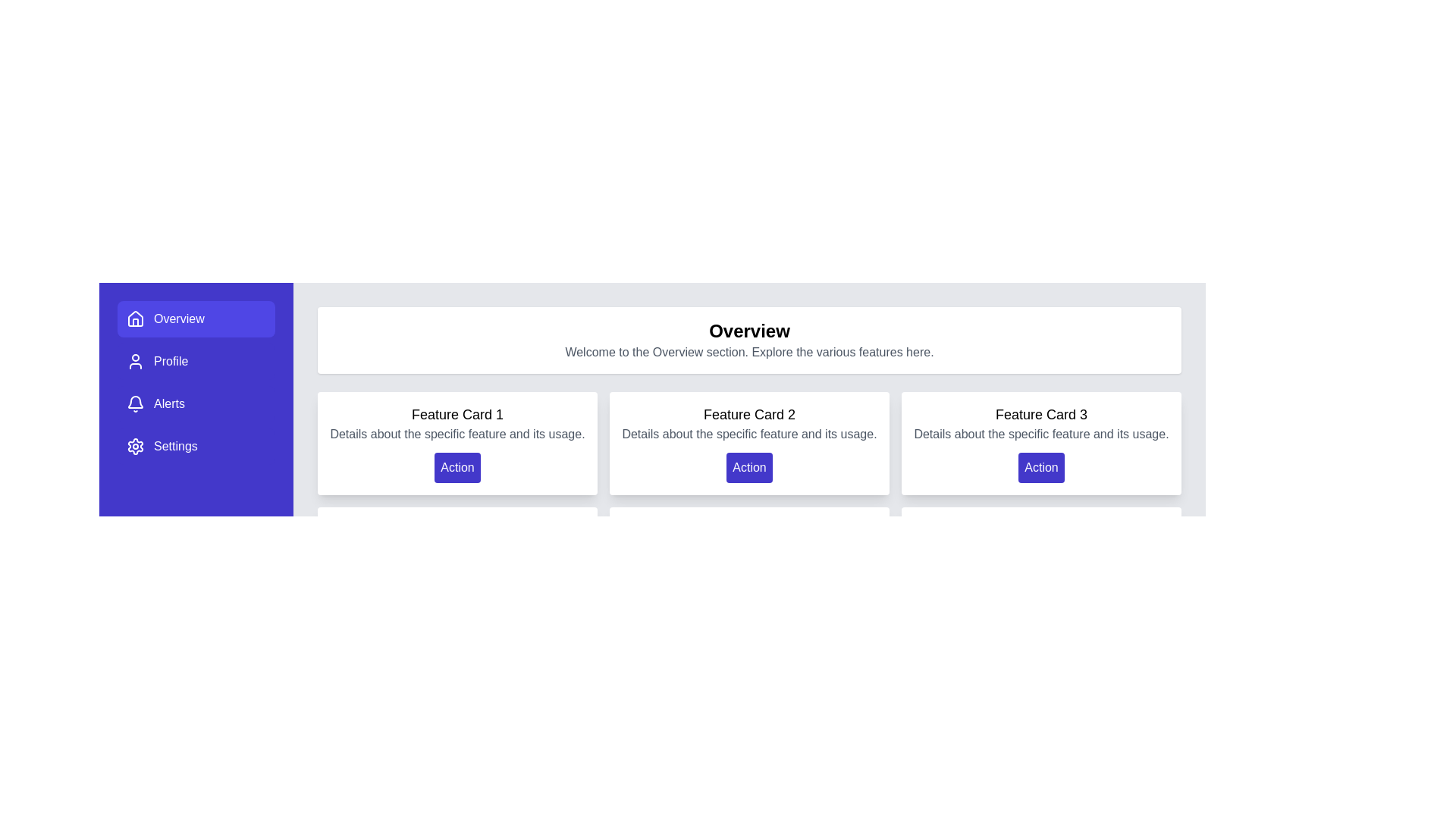 The height and width of the screenshot is (819, 1456). I want to click on the 'Overview' button located at the top of the left sidebar, so click(196, 318).